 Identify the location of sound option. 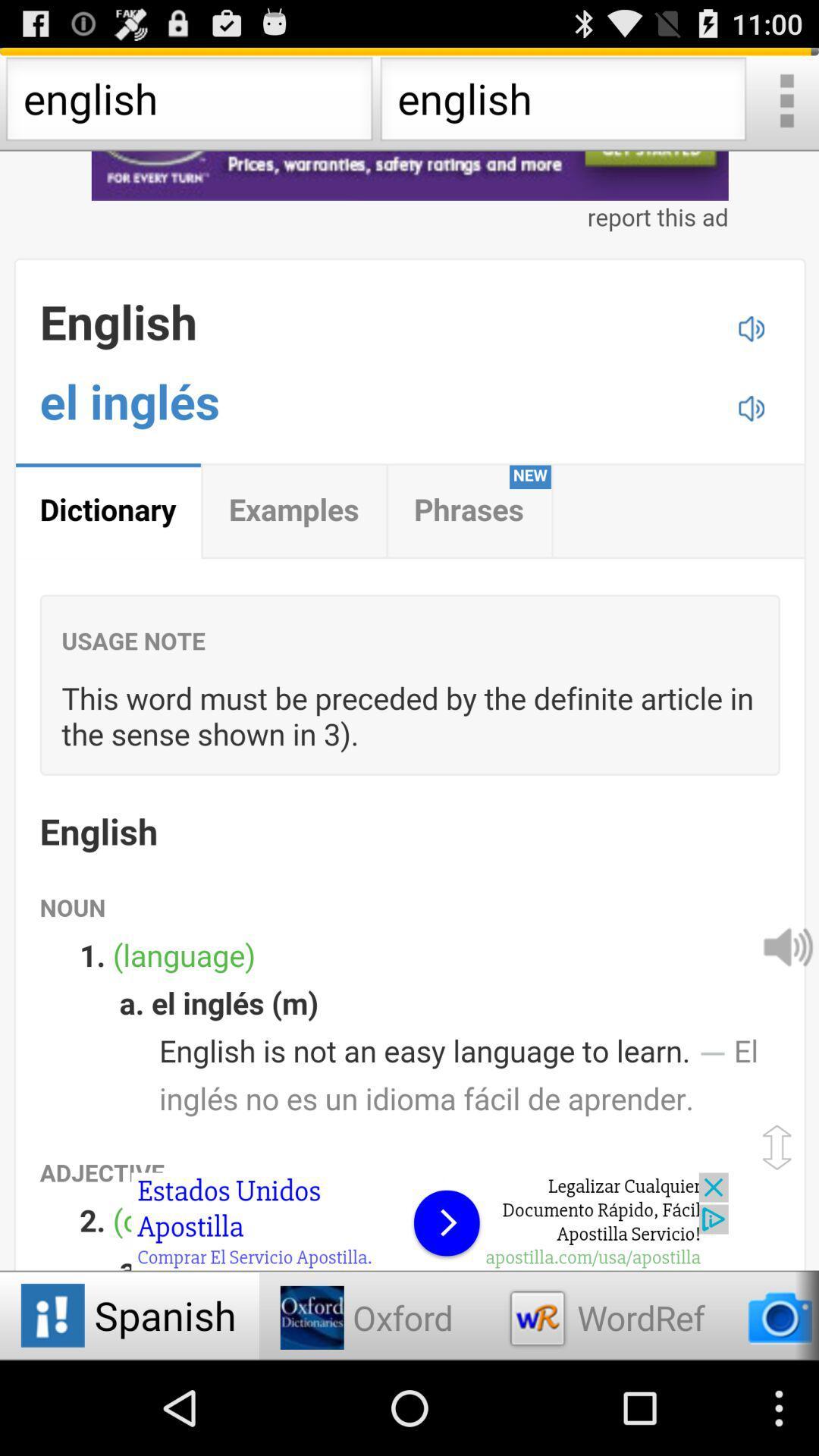
(786, 945).